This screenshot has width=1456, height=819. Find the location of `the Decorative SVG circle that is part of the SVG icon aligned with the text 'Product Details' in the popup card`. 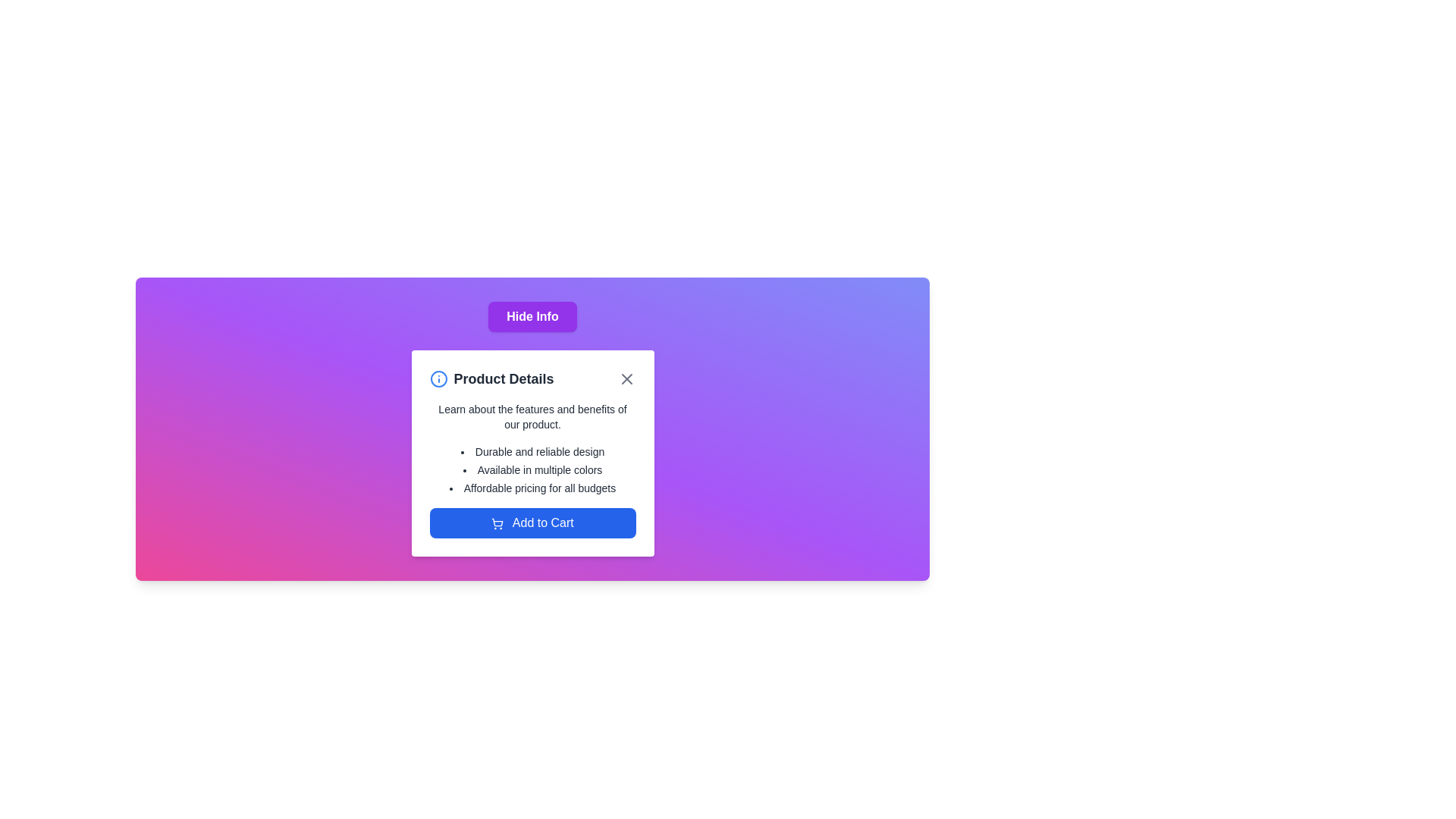

the Decorative SVG circle that is part of the SVG icon aligned with the text 'Product Details' in the popup card is located at coordinates (438, 378).